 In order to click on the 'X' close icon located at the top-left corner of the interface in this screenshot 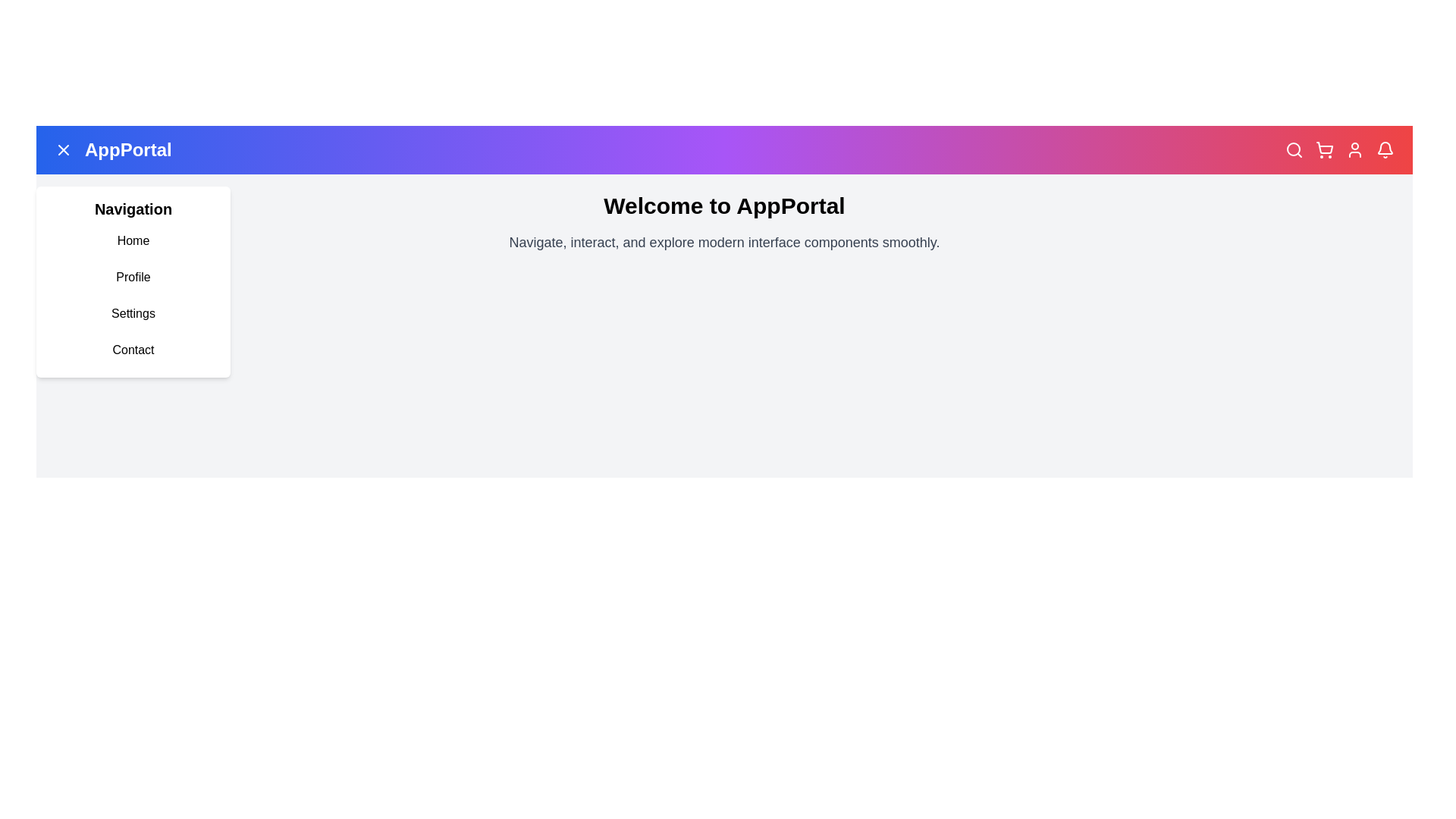, I will do `click(62, 149)`.